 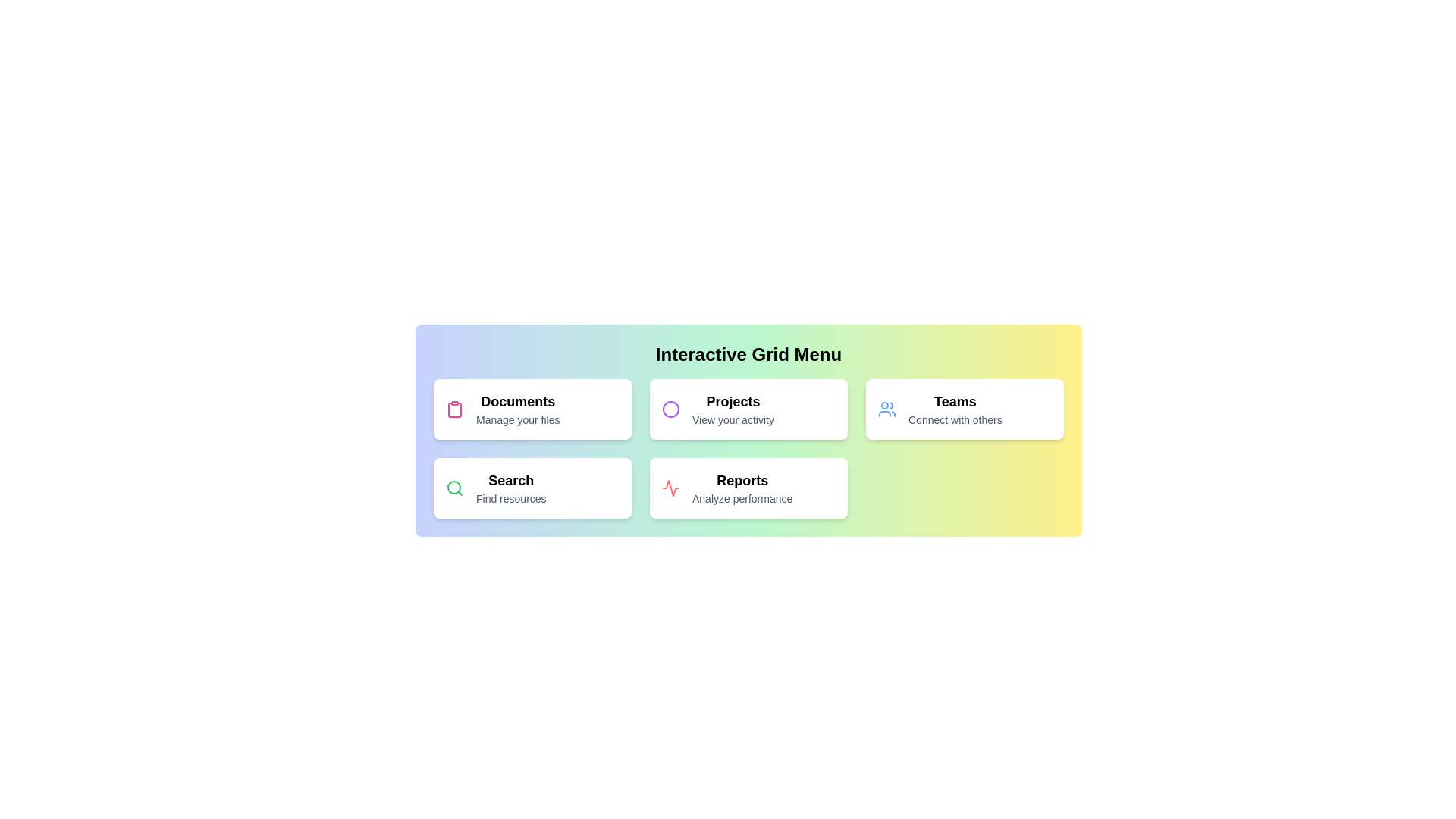 What do you see at coordinates (532, 409) in the screenshot?
I see `the grid item labeled Documents to observe the hover effect` at bounding box center [532, 409].